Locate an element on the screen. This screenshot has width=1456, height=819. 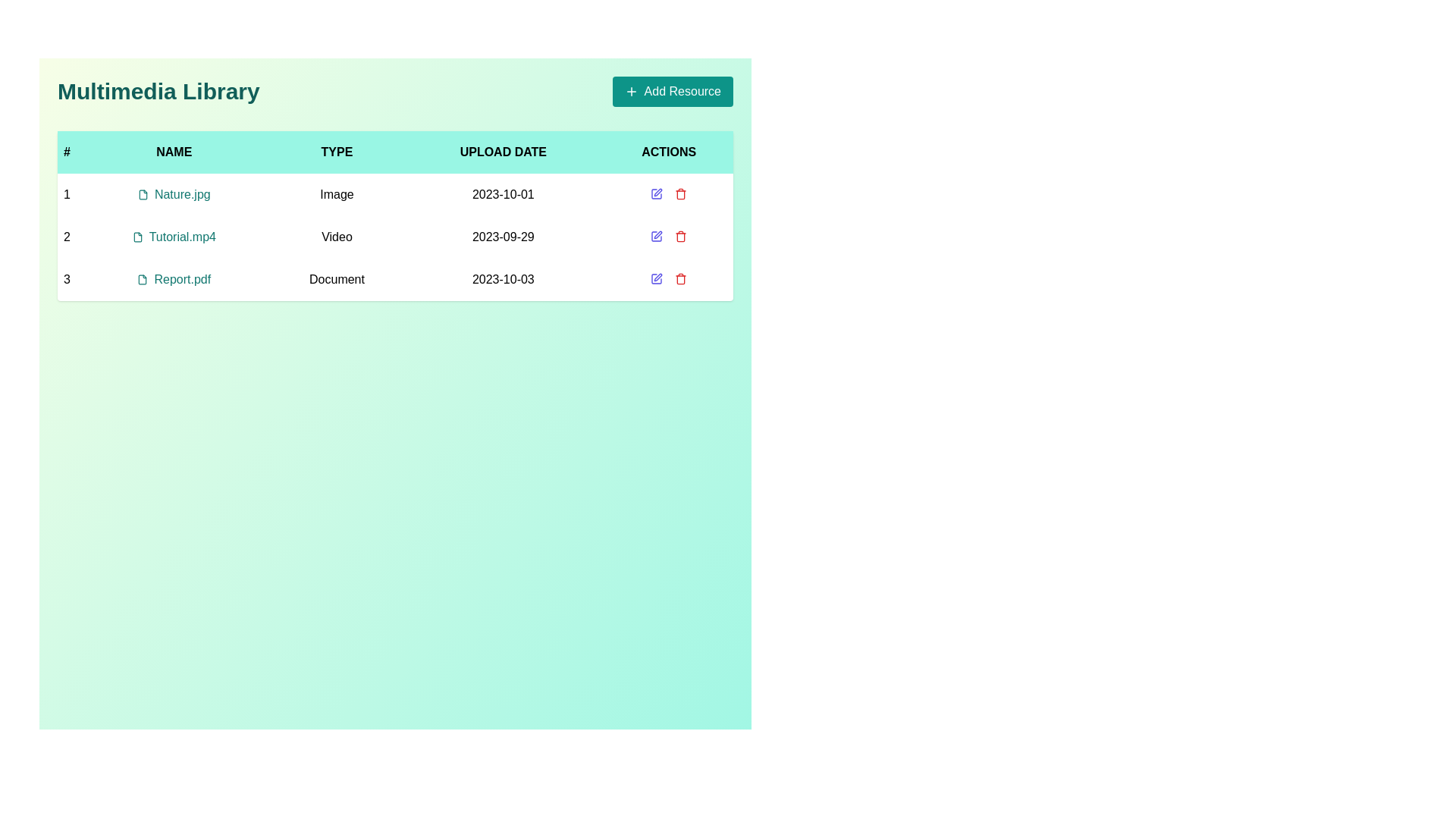
the SVG icon resembling a file, which is located in the first row of the 'Multimedia Library' table next to the text 'Nature.jpg' is located at coordinates (143, 194).